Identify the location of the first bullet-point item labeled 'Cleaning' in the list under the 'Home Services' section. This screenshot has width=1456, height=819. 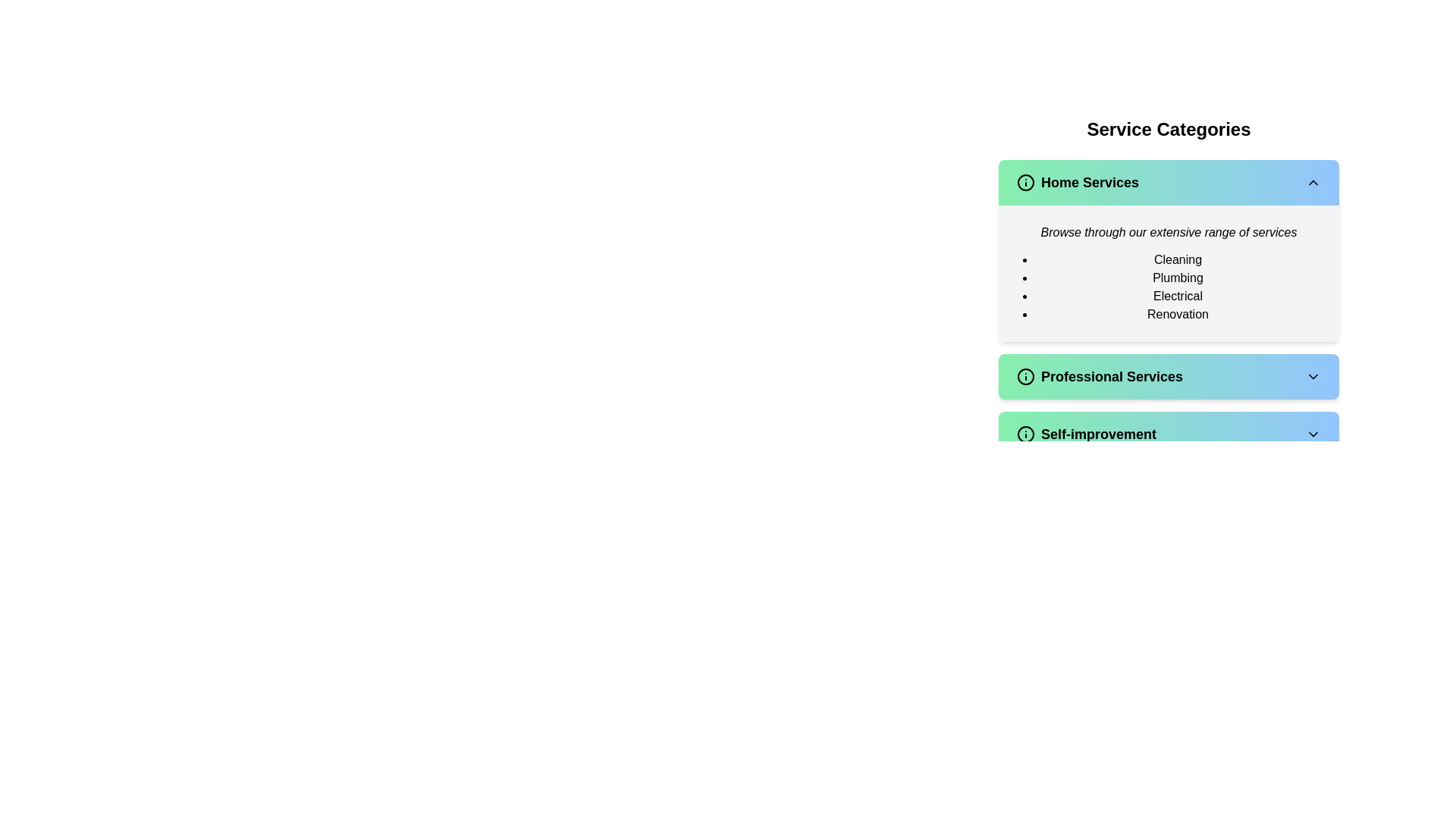
(1177, 259).